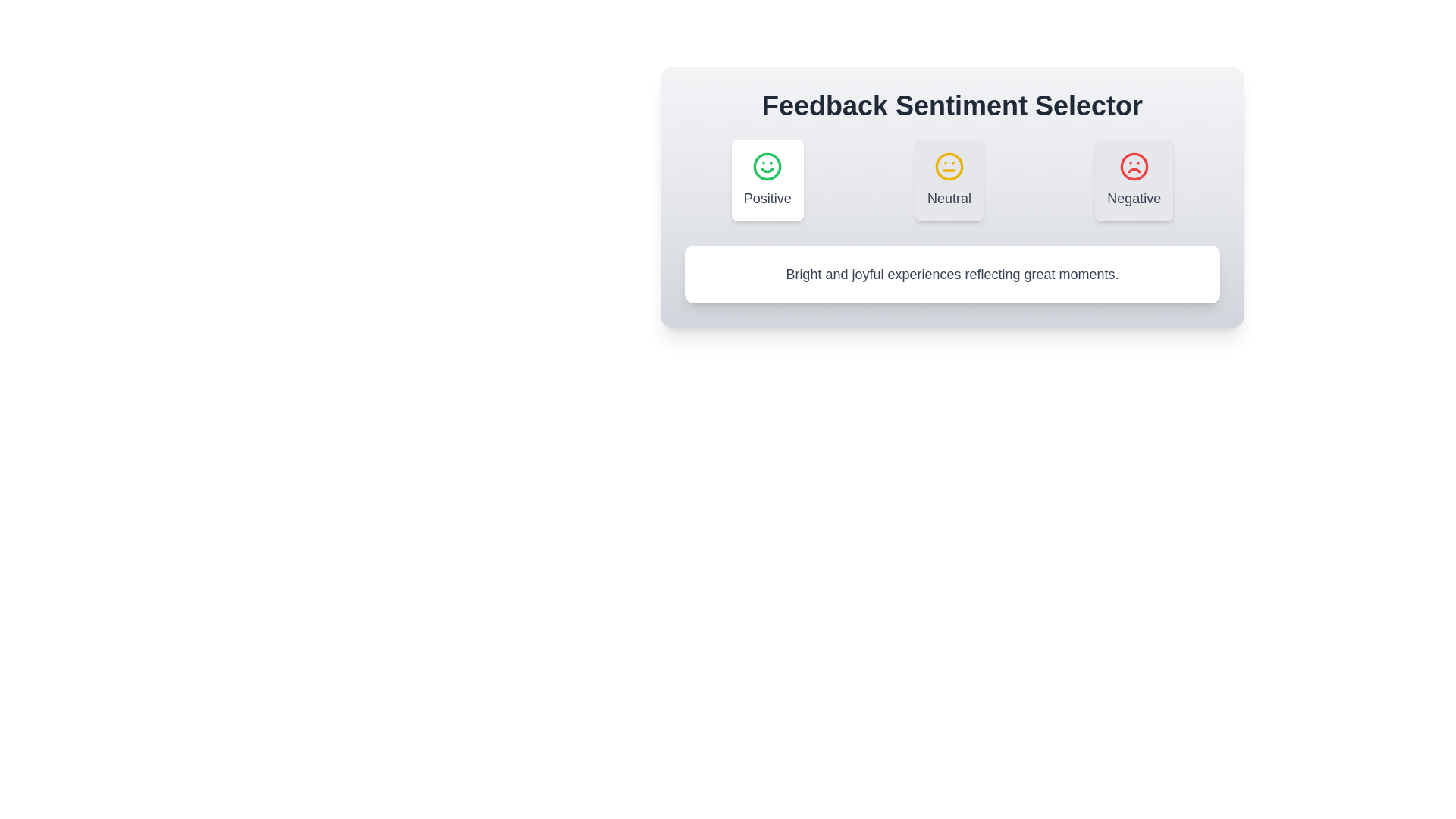 The image size is (1456, 819). I want to click on the Positive tab to observe visual feedback, so click(767, 180).